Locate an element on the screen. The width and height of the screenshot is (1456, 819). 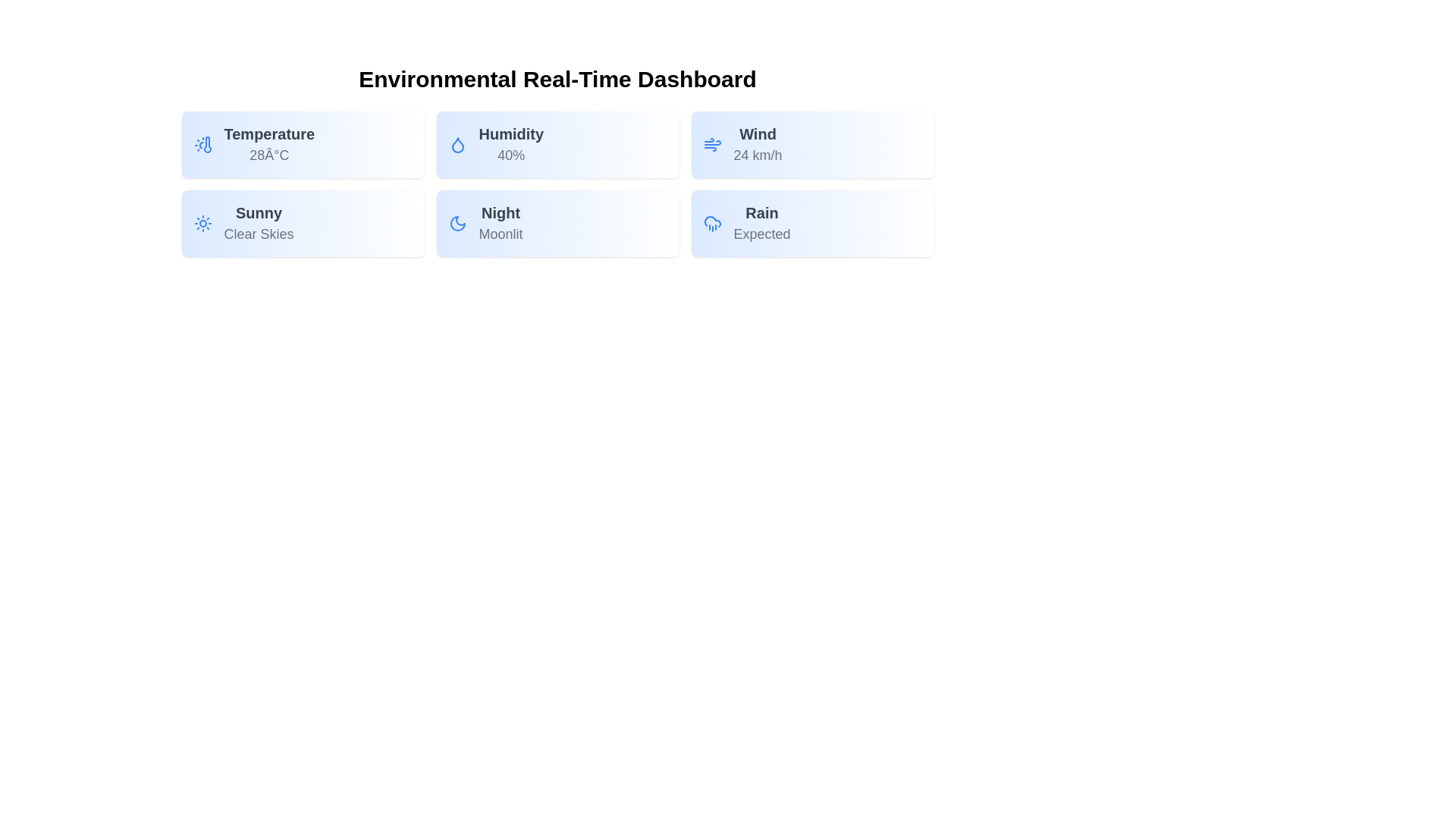
the blue-colored wind icon that represents wind data, located at the leftmost position of the 'Wind' card, adjacent to the text '24 km/h' and 'Wind' is located at coordinates (711, 145).